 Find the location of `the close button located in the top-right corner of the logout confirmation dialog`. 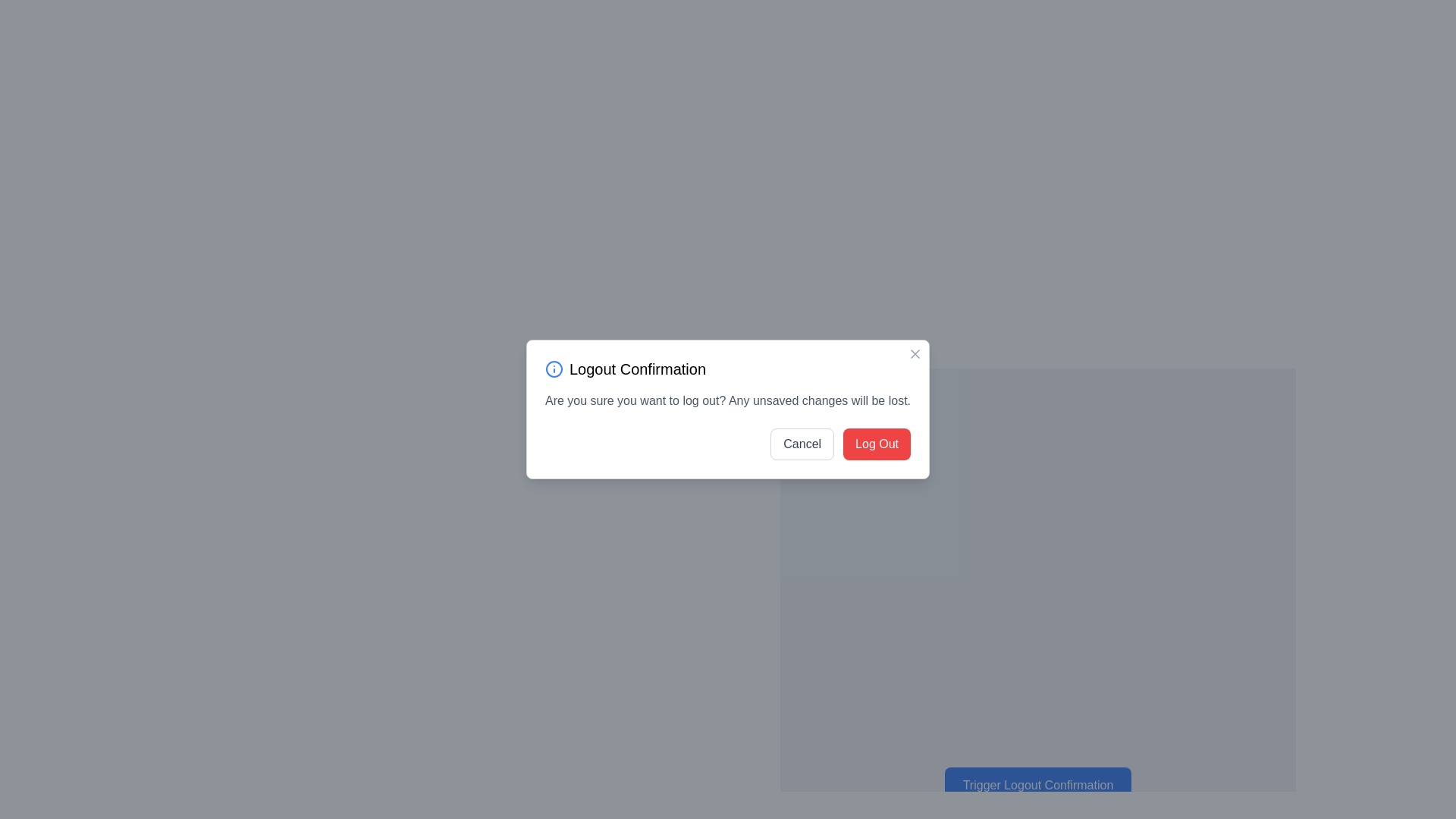

the close button located in the top-right corner of the logout confirmation dialog is located at coordinates (915, 353).